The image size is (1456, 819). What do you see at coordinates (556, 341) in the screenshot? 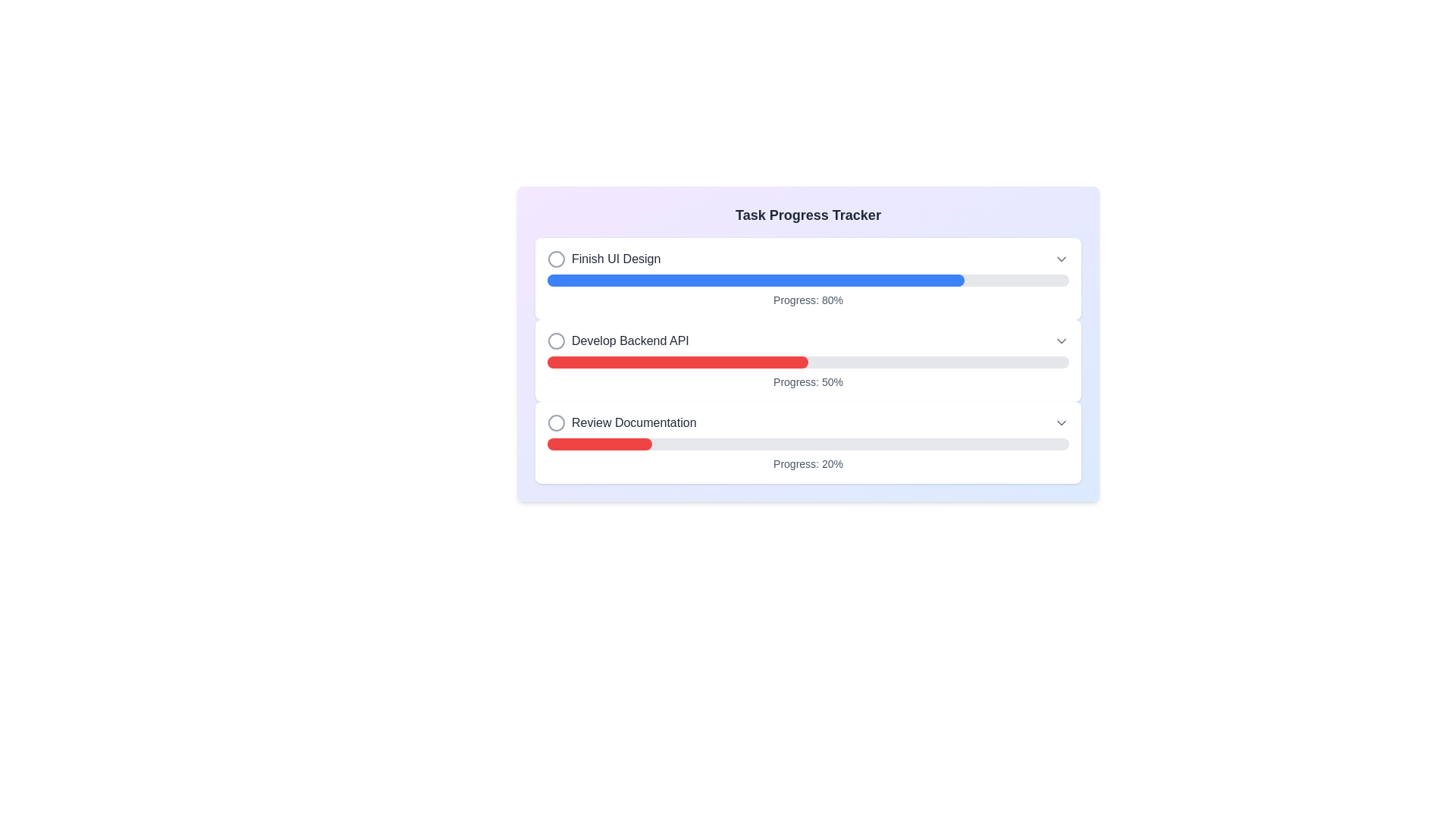
I see `the circular icon with a hollow center and thin outline, located to the left of the 'Develop Backend API' text` at bounding box center [556, 341].